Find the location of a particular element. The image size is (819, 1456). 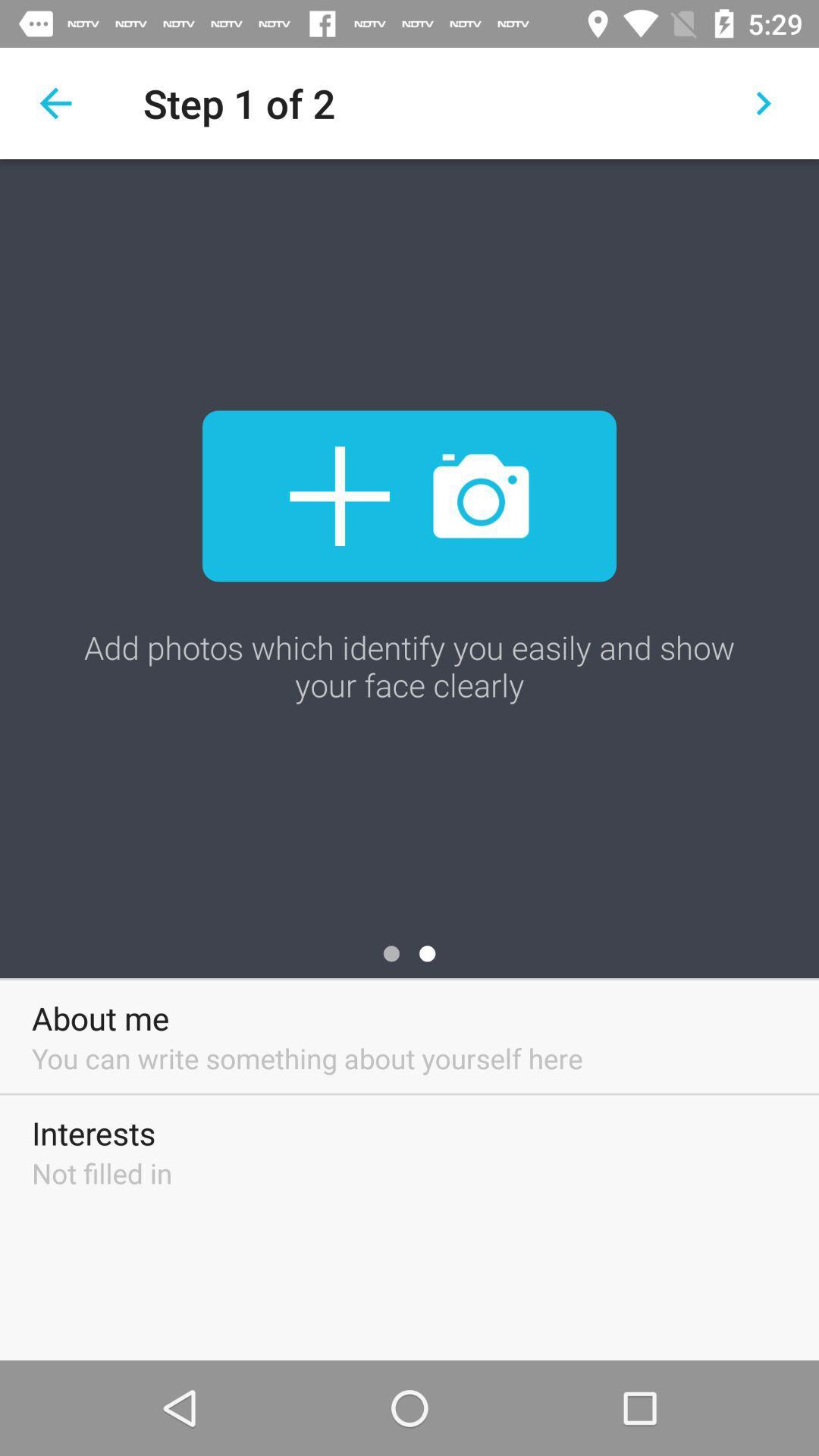

item to the left of the step 1 of icon is located at coordinates (55, 102).